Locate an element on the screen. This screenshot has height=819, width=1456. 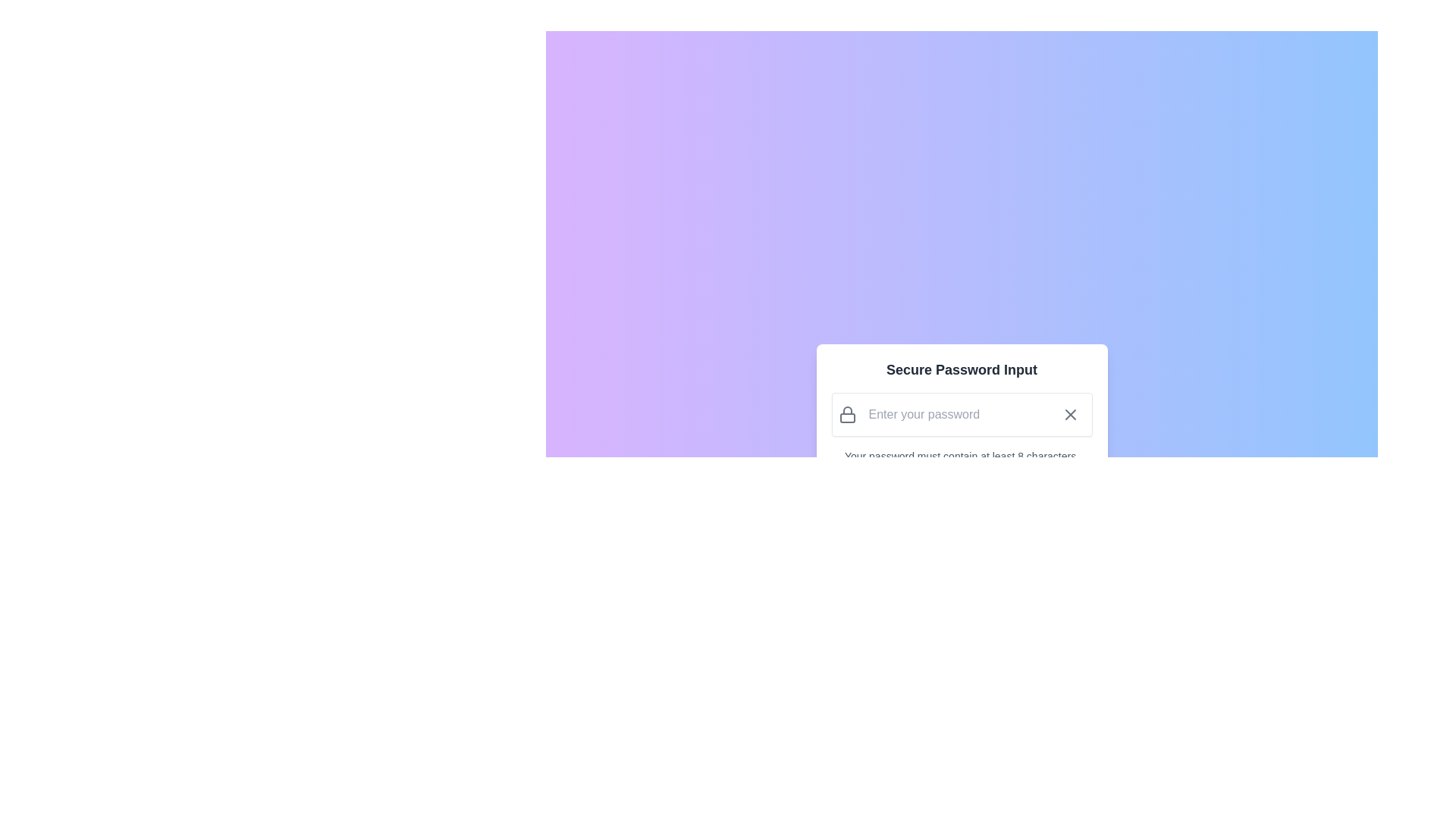
the password input field with a rounded border and lock icon located in the 'Secure Password Input' dialog box to focus the input field is located at coordinates (961, 415).